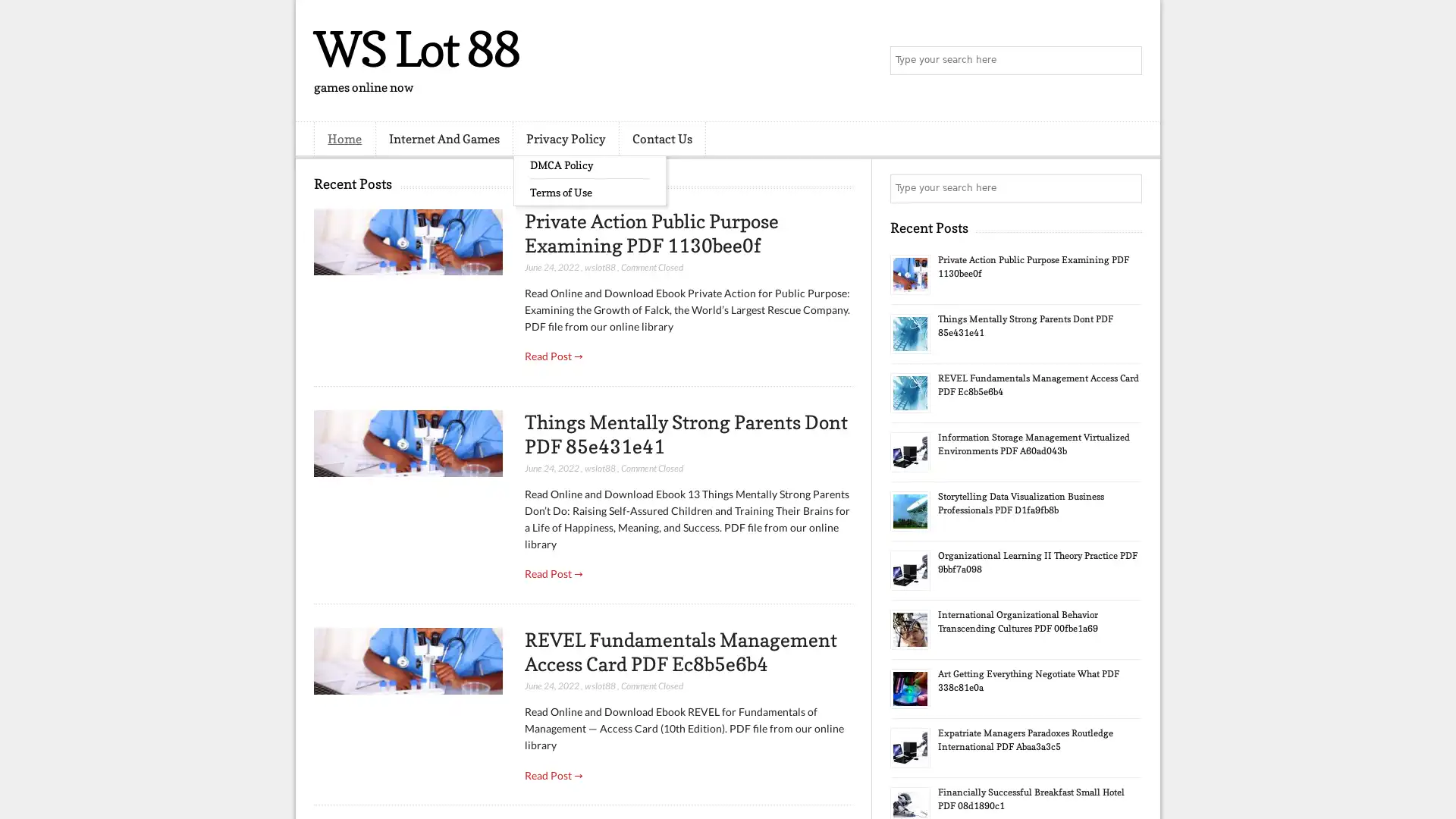  Describe the element at coordinates (1126, 61) in the screenshot. I see `Search` at that location.